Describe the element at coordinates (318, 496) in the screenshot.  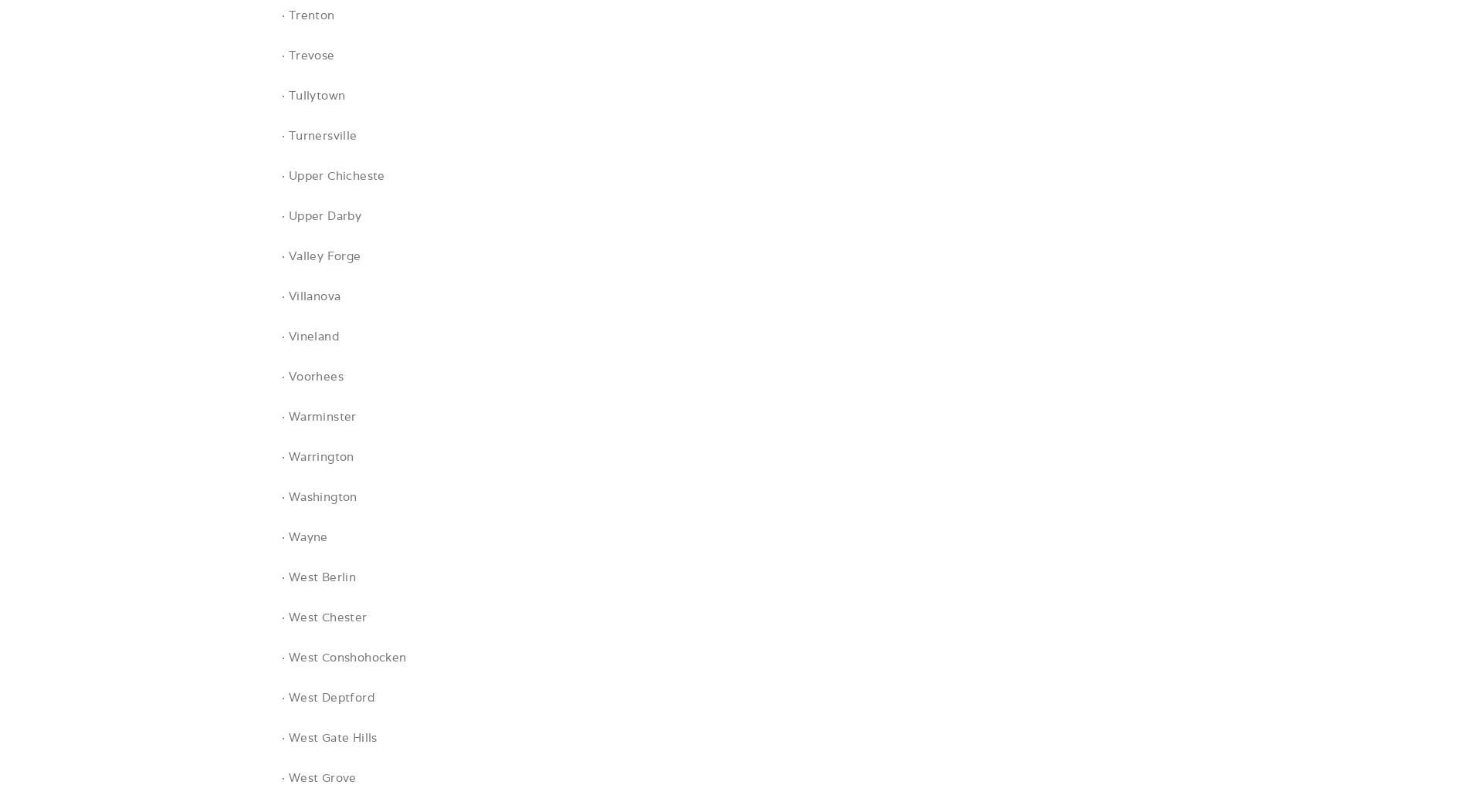
I see `'· Washington'` at that location.